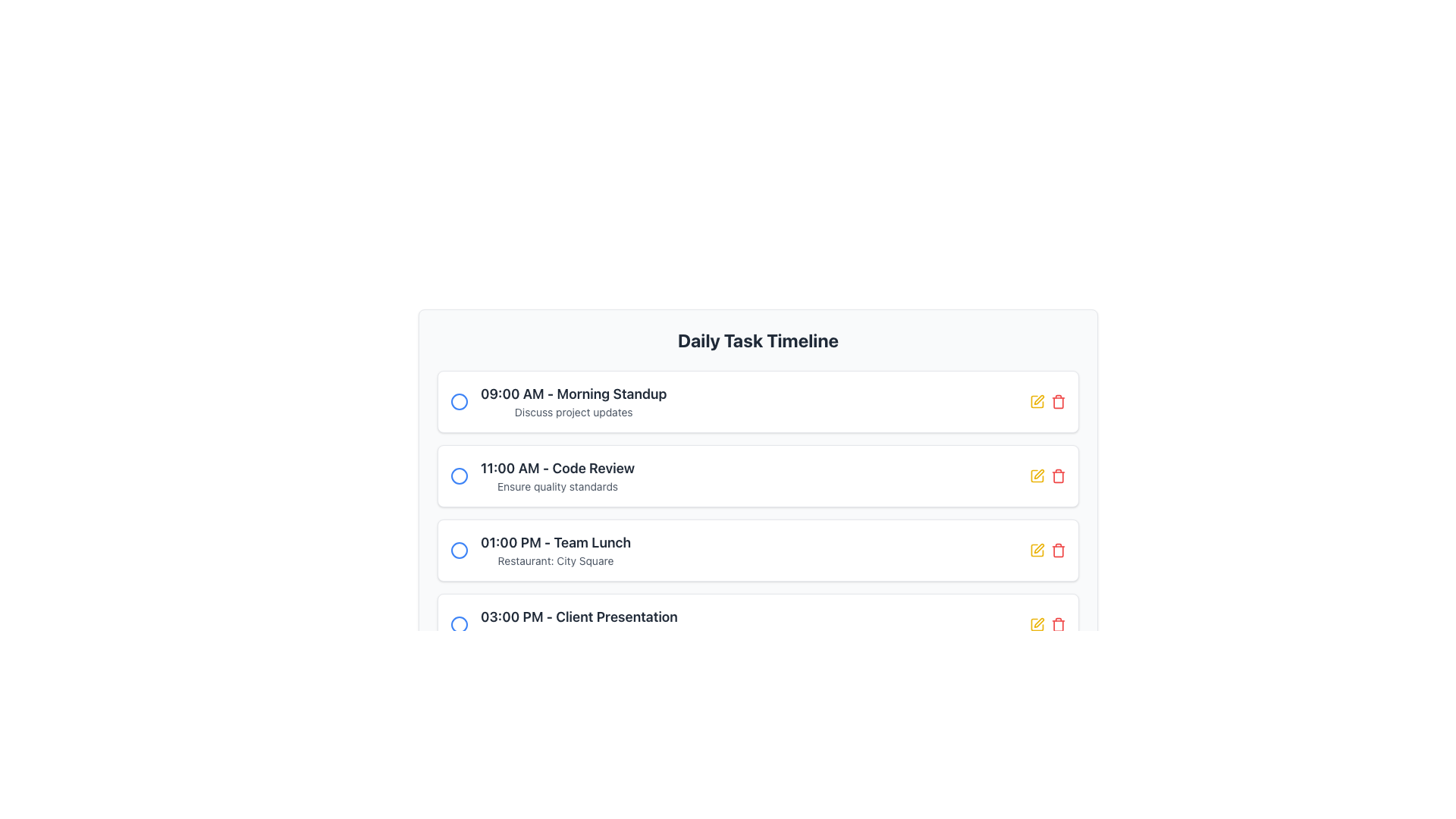  I want to click on the static text label displaying 'Ensure quality standards', which is located directly below '11:00 AM - Code Review' in the daily task timeline, so click(557, 486).